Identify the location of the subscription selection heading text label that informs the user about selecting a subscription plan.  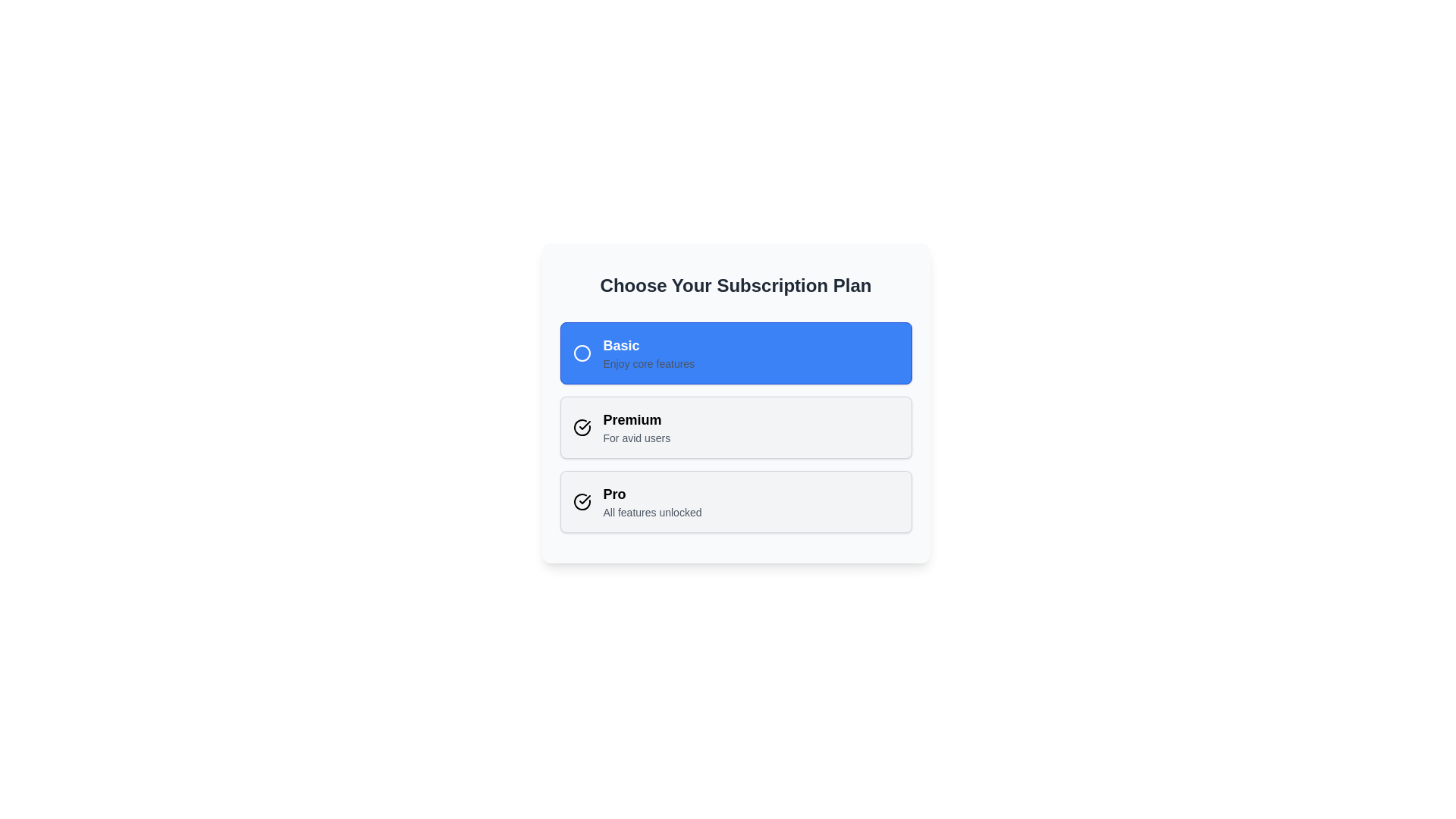
(736, 286).